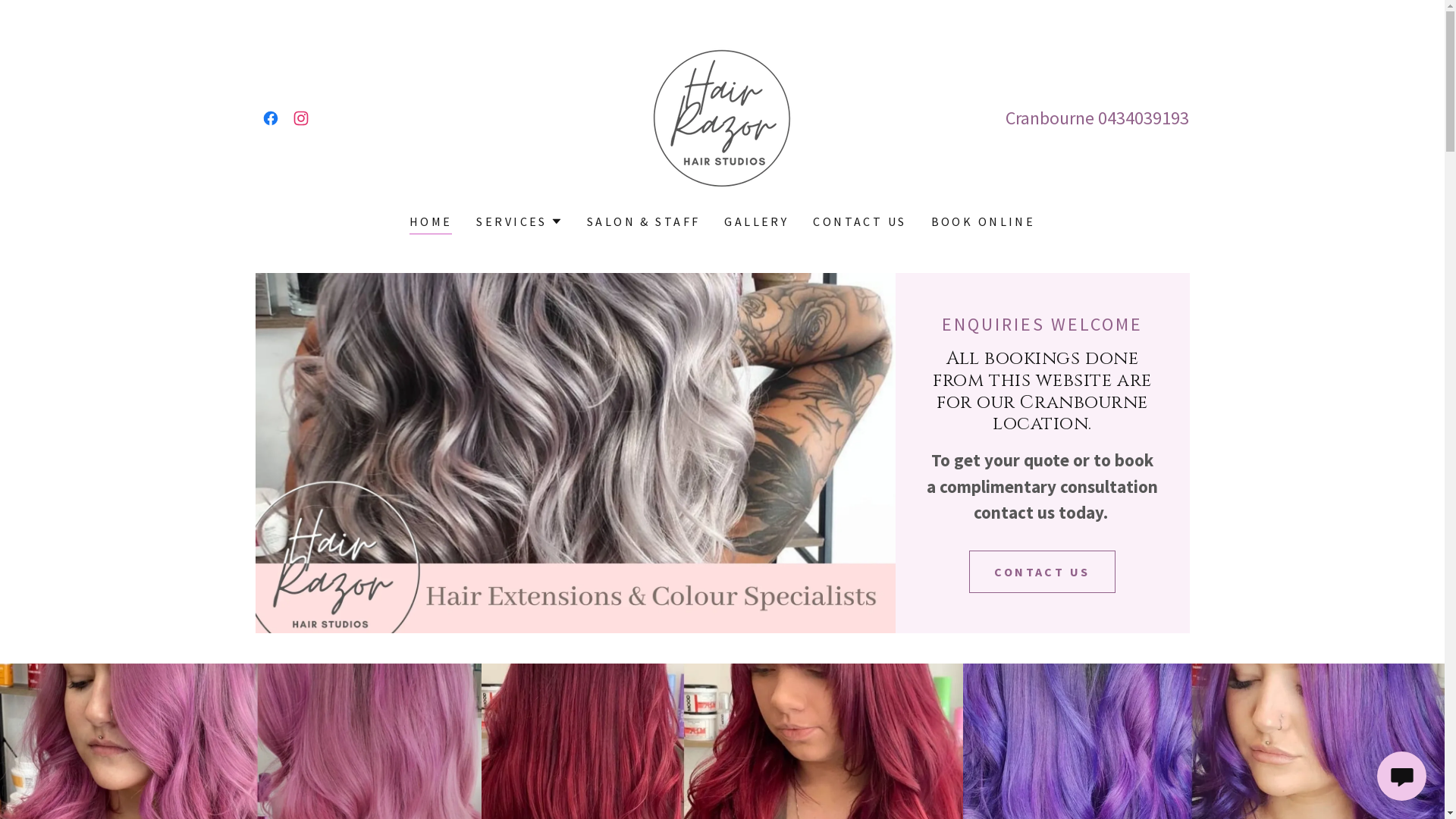 This screenshot has height=819, width=1456. Describe the element at coordinates (983, 221) in the screenshot. I see `'BOOK ONLINE'` at that location.